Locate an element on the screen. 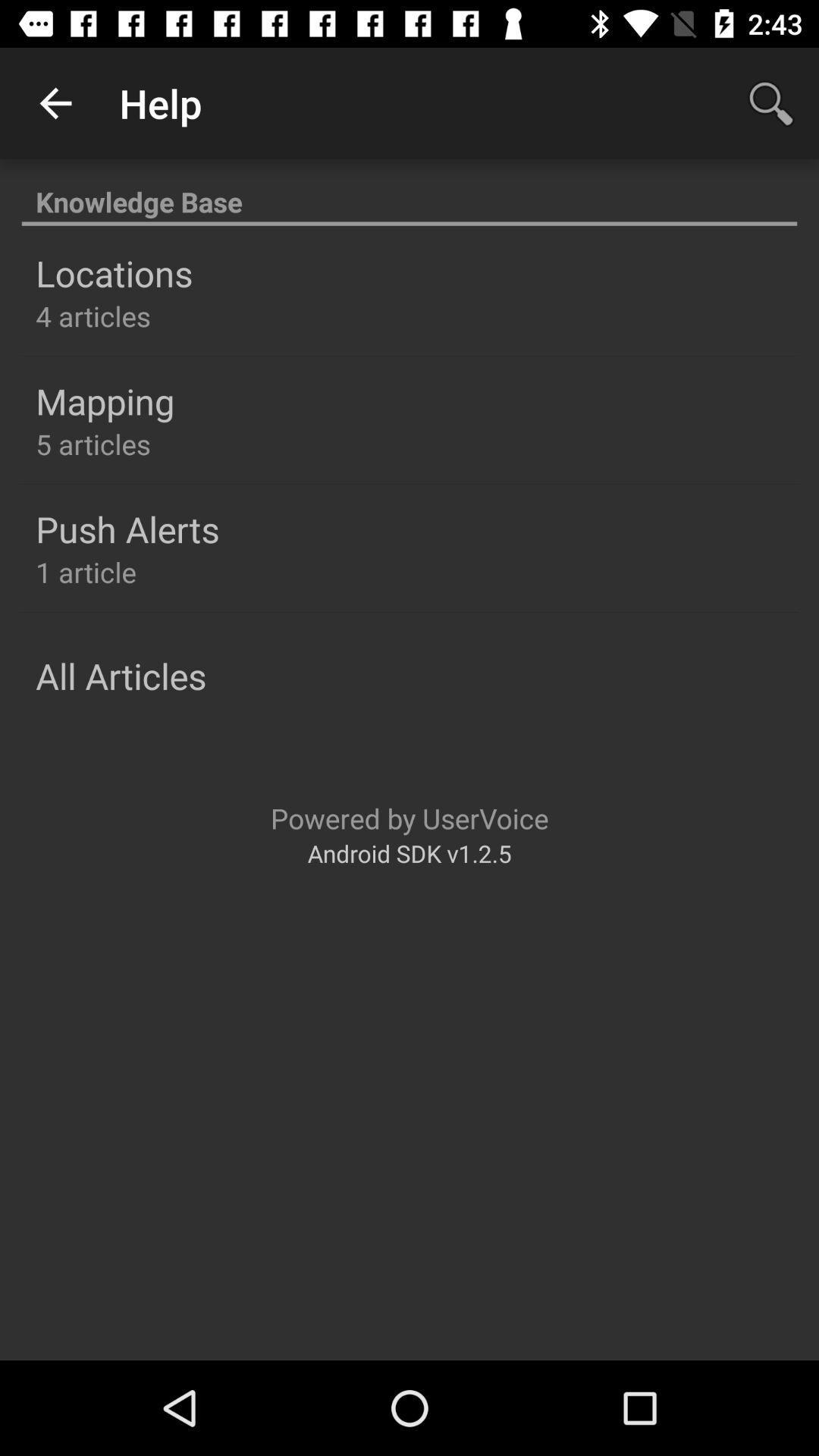 The image size is (819, 1456). the 1 article item is located at coordinates (86, 571).